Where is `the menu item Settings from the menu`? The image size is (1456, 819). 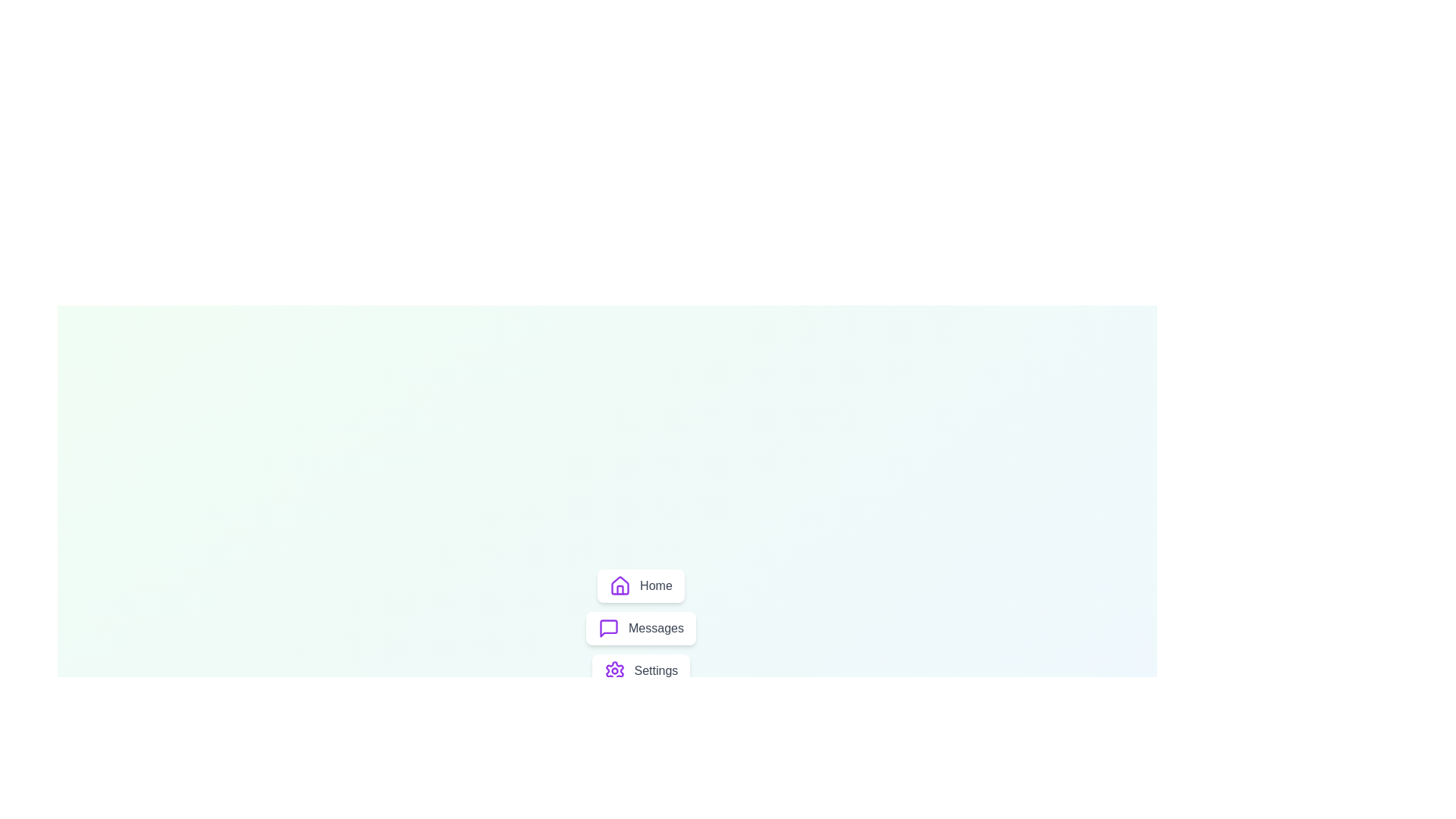
the menu item Settings from the menu is located at coordinates (640, 670).